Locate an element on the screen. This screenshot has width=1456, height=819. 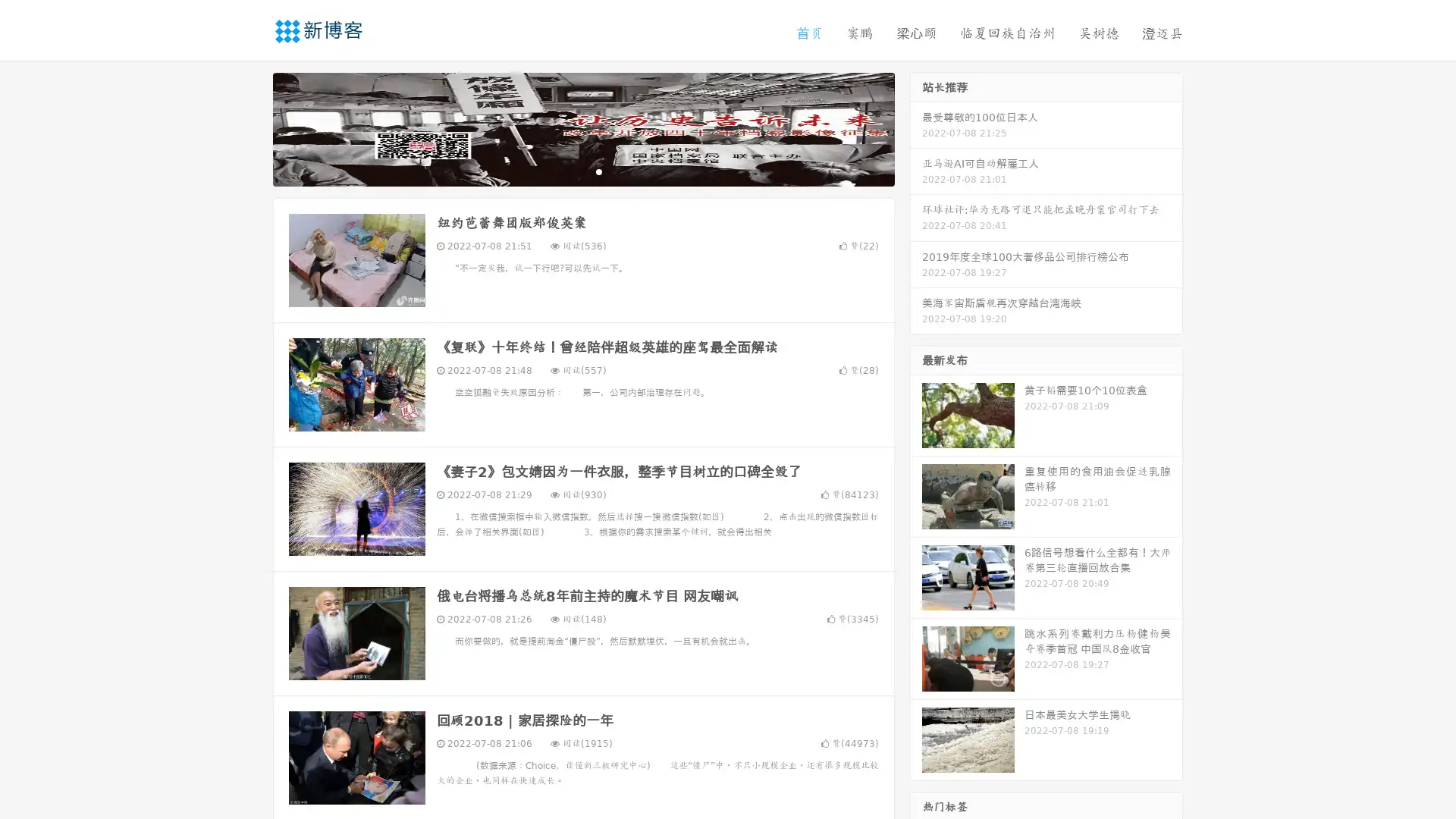
Go to slide 3 is located at coordinates (598, 171).